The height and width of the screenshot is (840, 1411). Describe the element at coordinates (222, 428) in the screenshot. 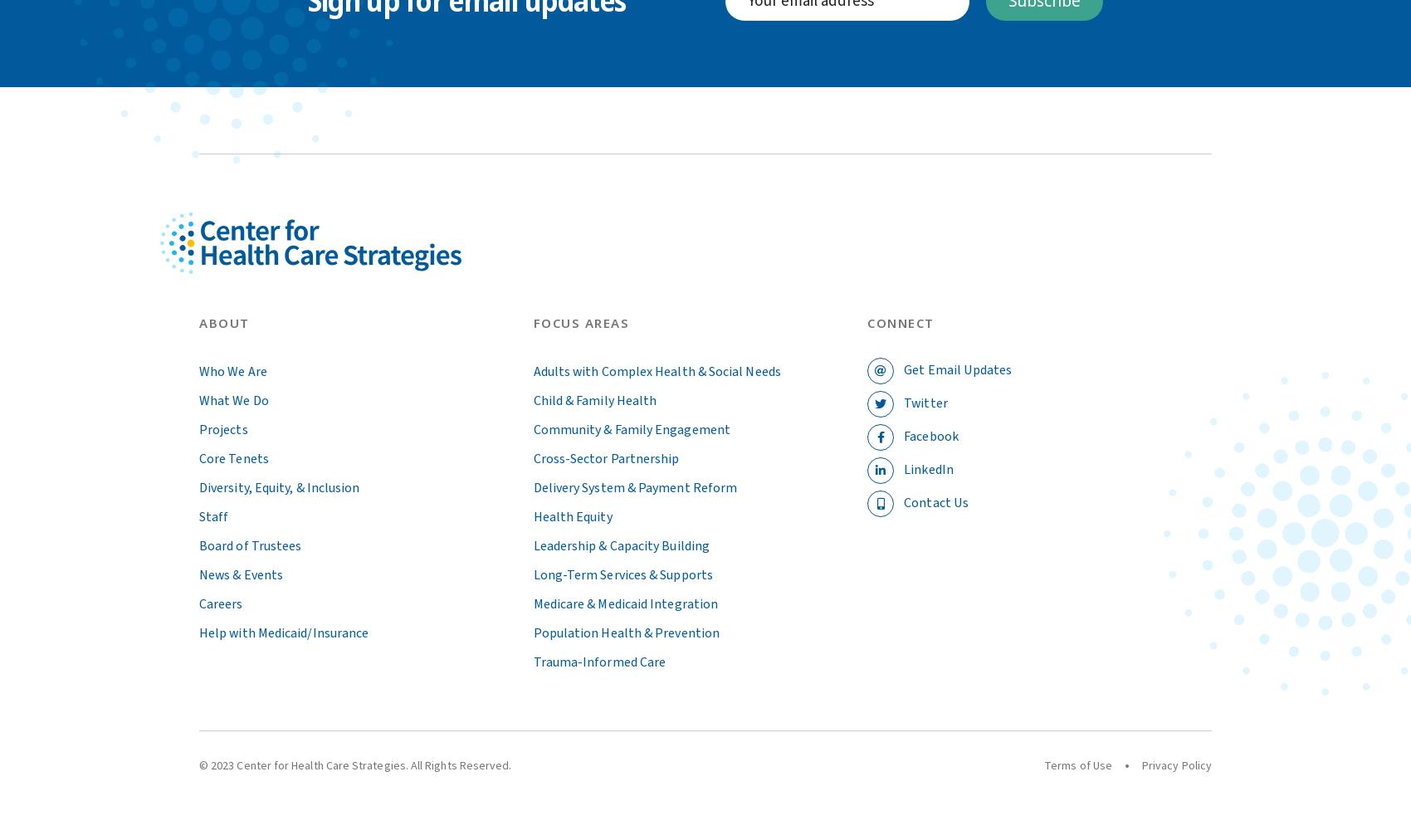

I see `'Projects'` at that location.